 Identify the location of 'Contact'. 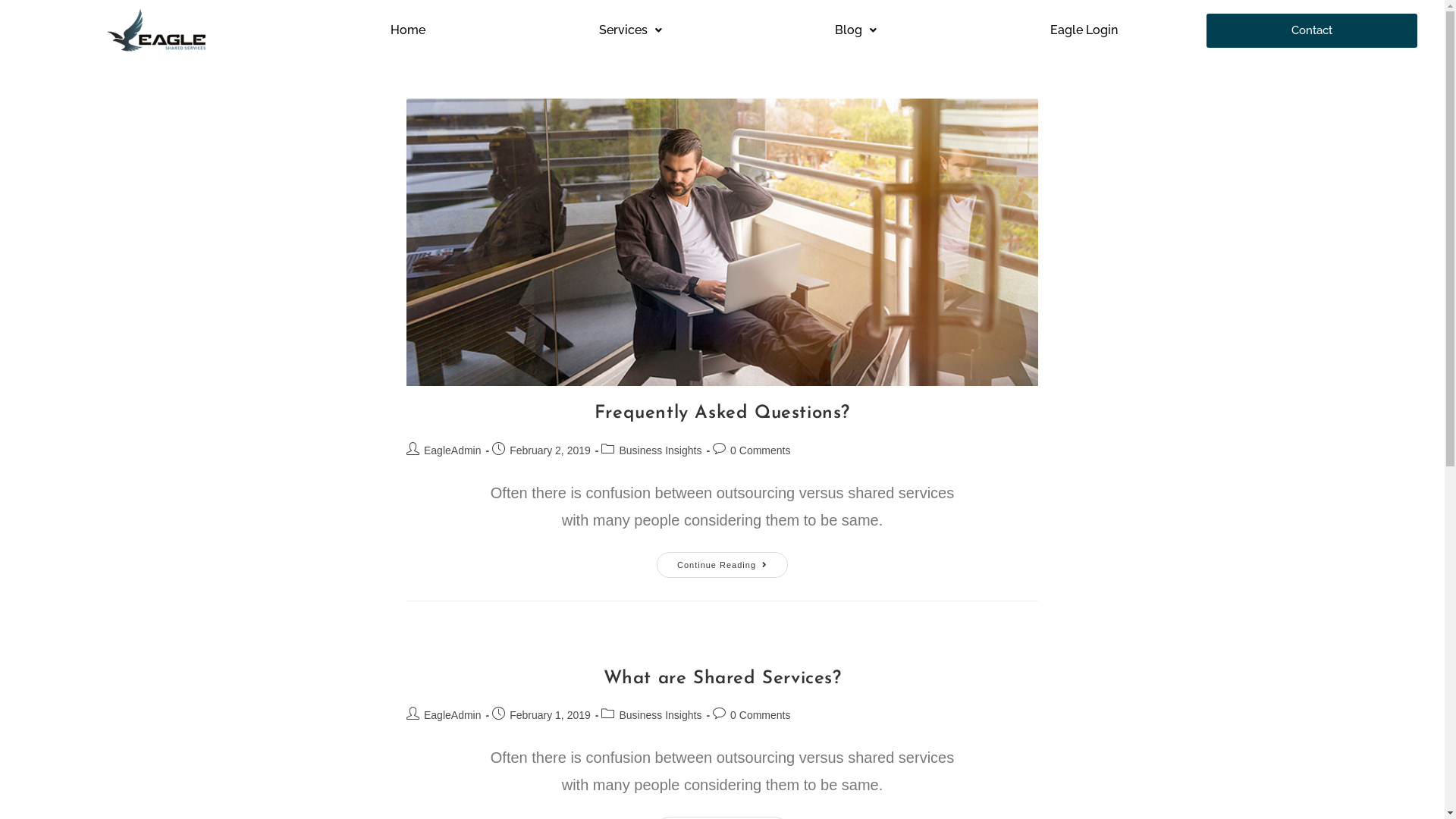
(1310, 30).